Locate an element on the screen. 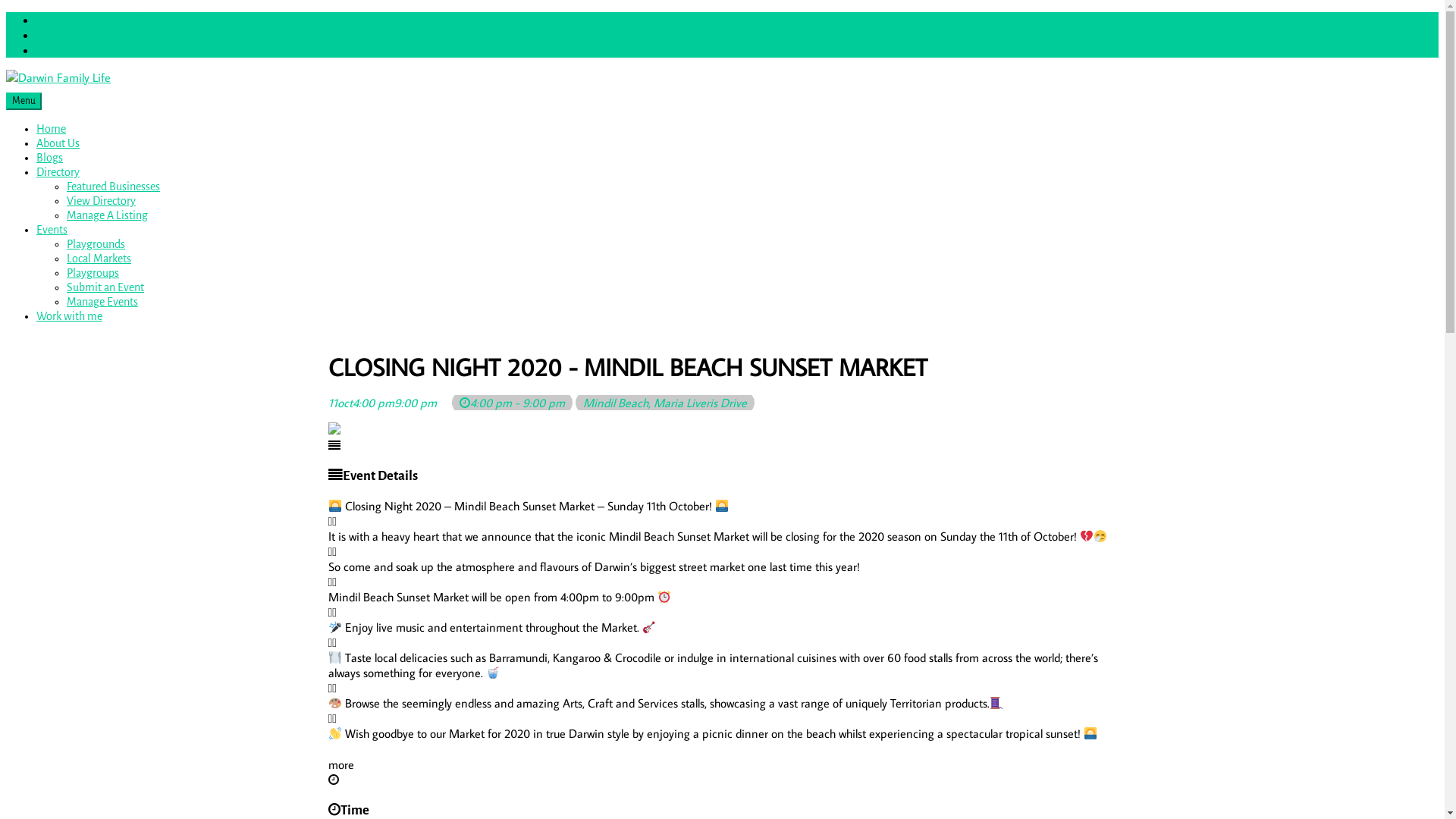  'About Us' is located at coordinates (58, 143).